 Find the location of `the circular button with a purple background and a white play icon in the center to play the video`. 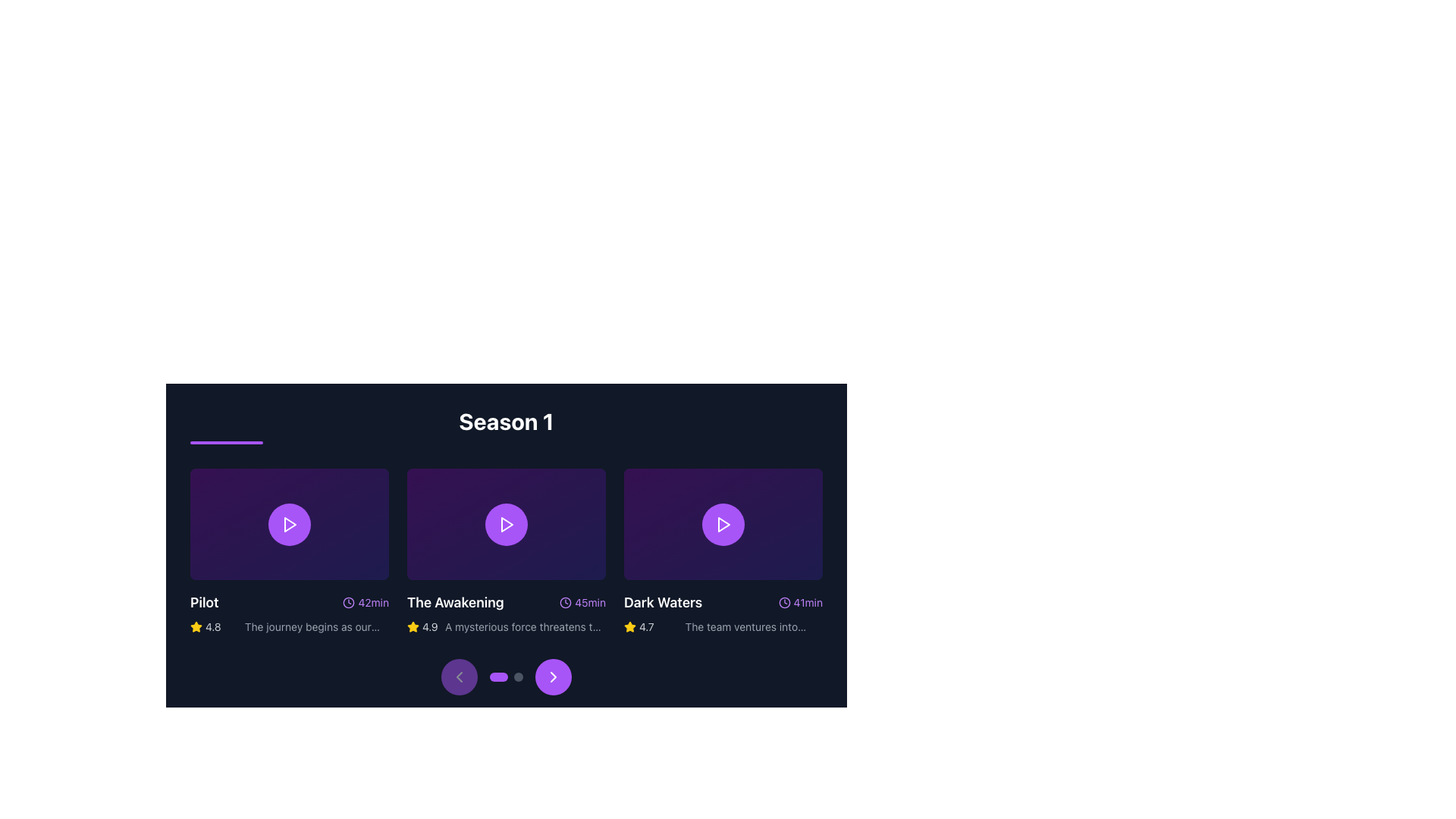

the circular button with a purple background and a white play icon in the center to play the video is located at coordinates (506, 522).